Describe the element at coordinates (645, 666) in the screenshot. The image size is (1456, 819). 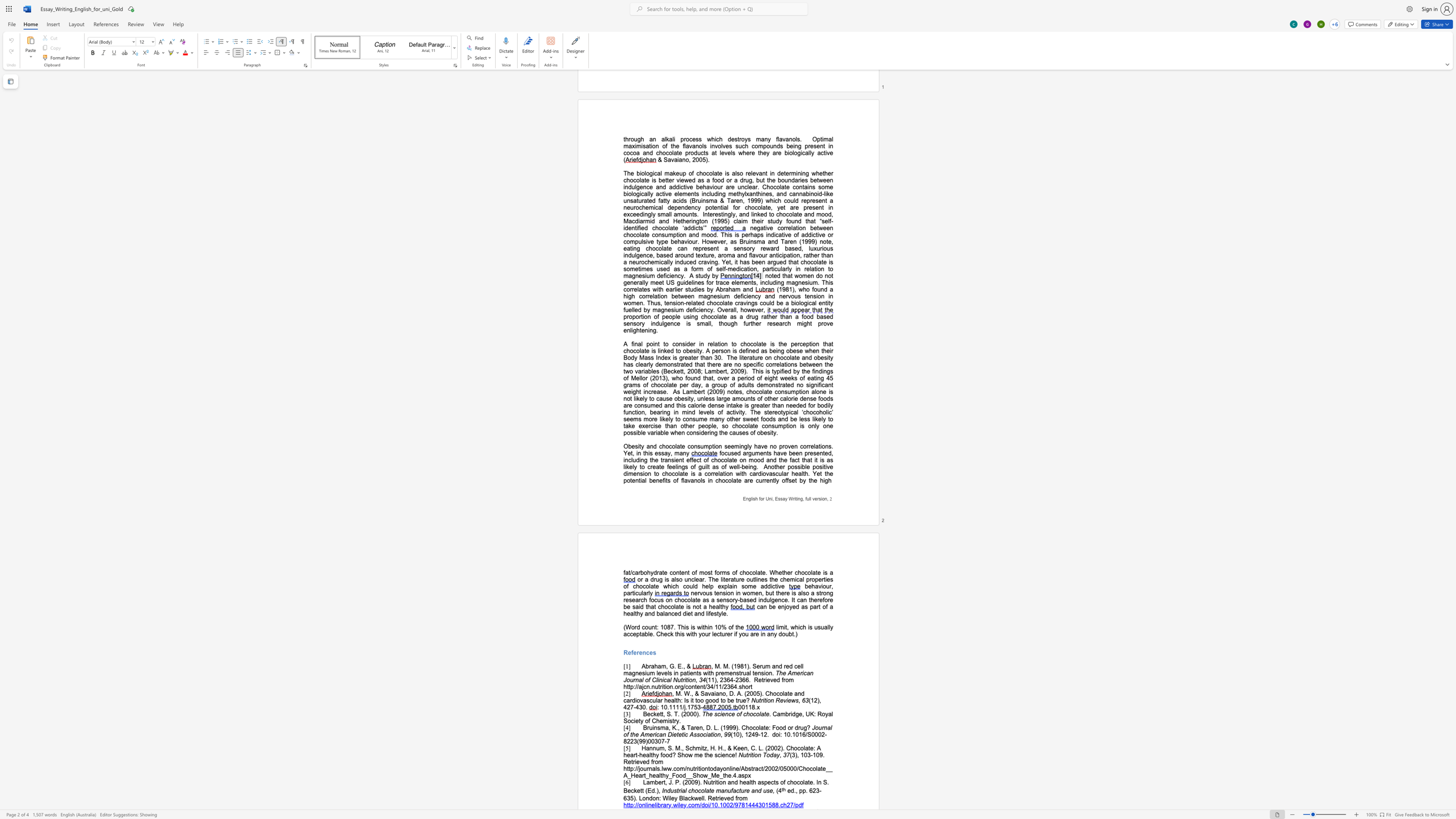
I see `the space between the continuous character "A" and "b" in the text` at that location.